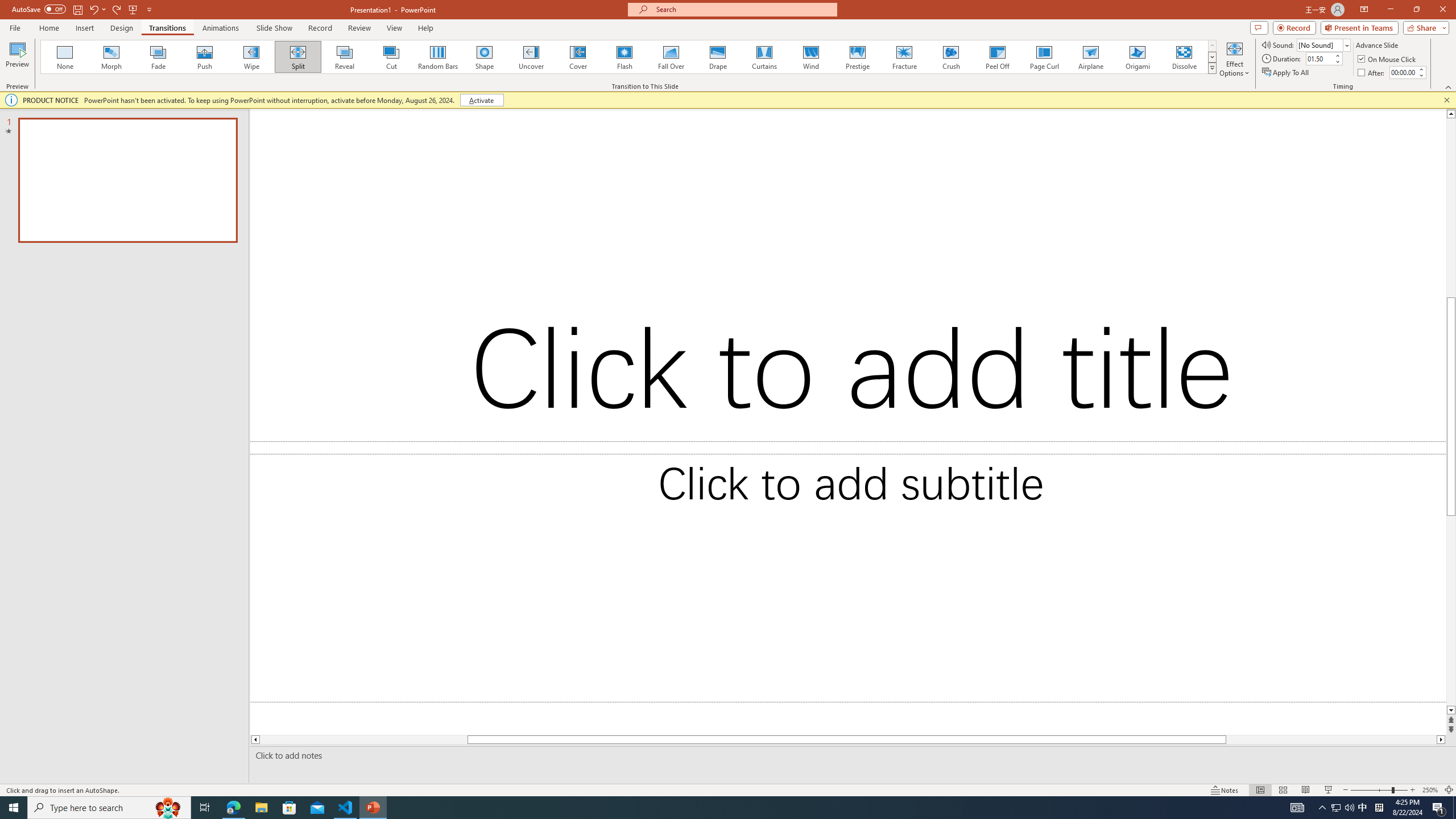  I want to click on 'Fall Over', so click(671, 56).